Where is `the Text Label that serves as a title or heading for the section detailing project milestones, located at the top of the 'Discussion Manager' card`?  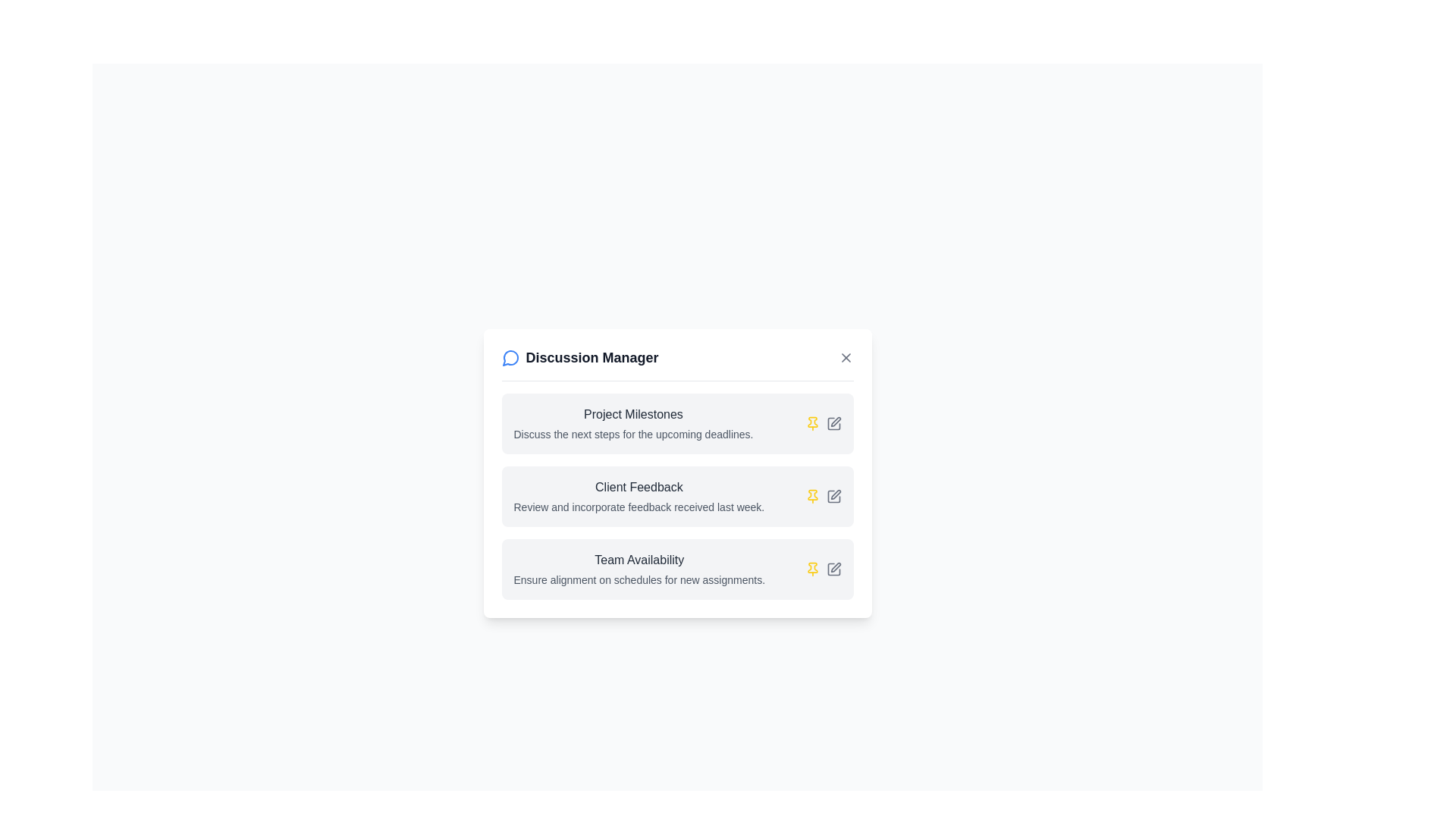
the Text Label that serves as a title or heading for the section detailing project milestones, located at the top of the 'Discussion Manager' card is located at coordinates (633, 414).